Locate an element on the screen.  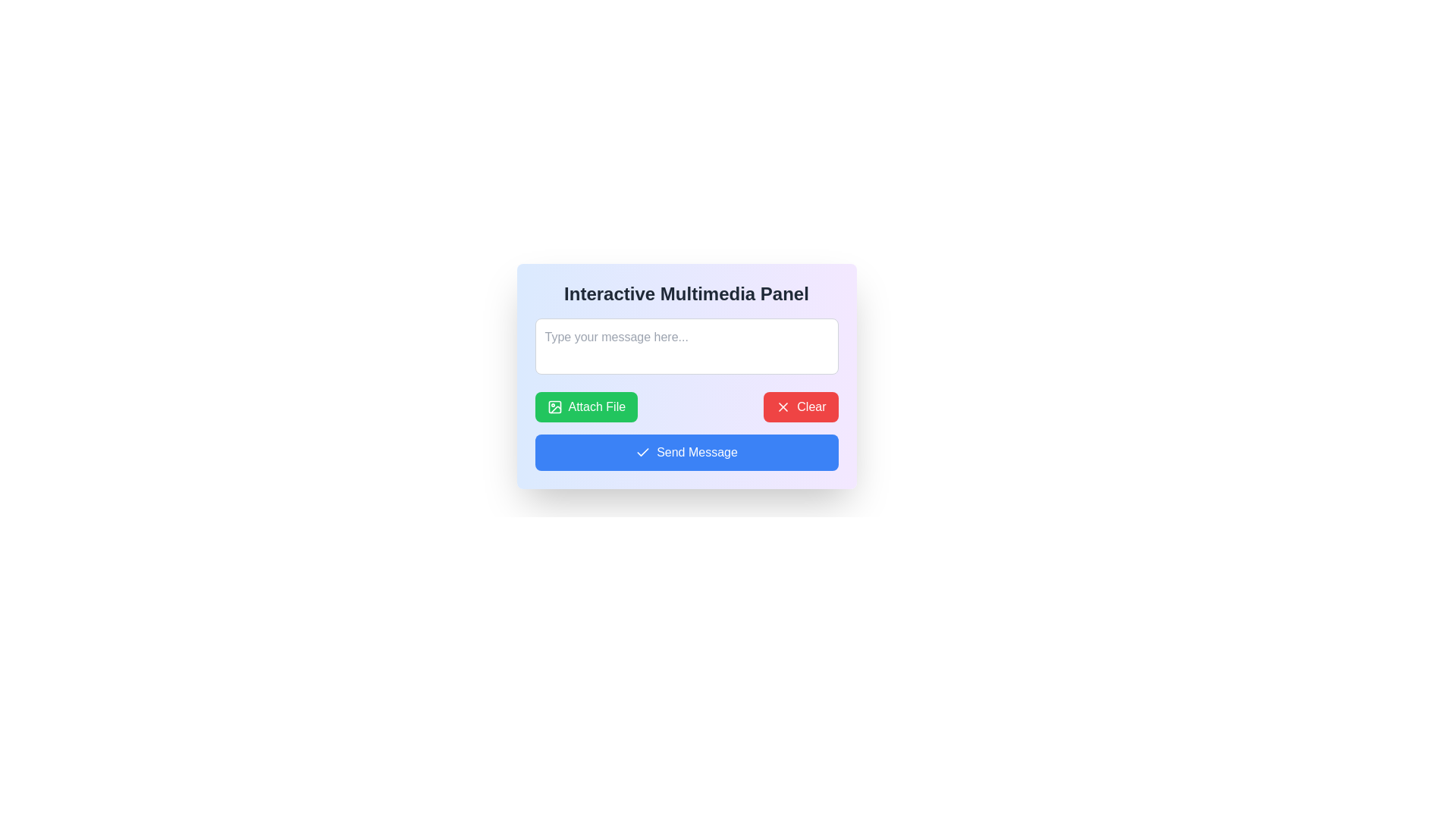
the 'X' icon with a red background and white stroke, located to the left of the text label inside the 'Clear' button in the top-right corner of the interactive panel is located at coordinates (783, 406).